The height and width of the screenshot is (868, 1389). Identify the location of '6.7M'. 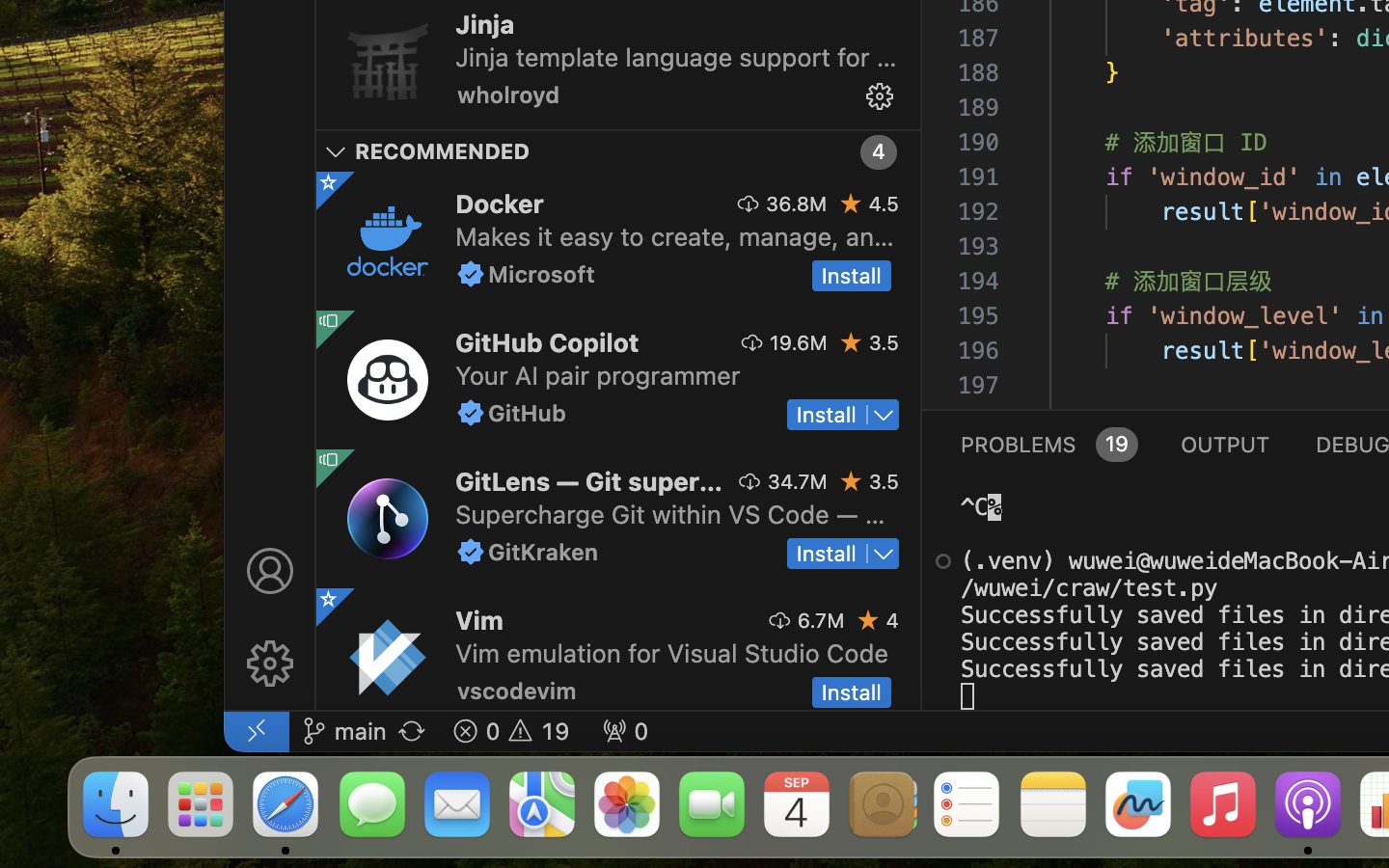
(820, 619).